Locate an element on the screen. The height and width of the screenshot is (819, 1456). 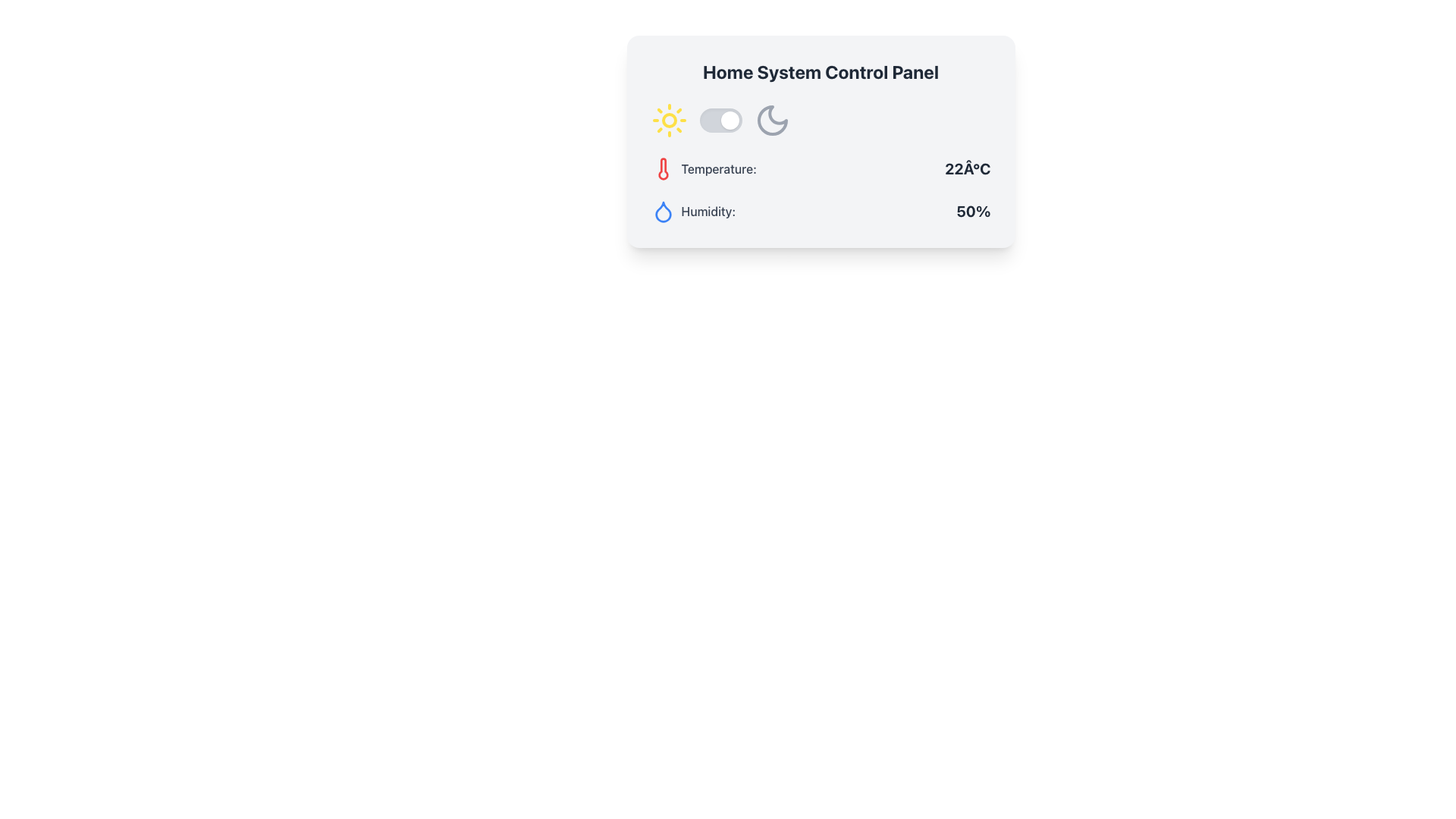
the Information Display that shows the current temperature and humidity values in the Home System Control Panel is located at coordinates (820, 163).